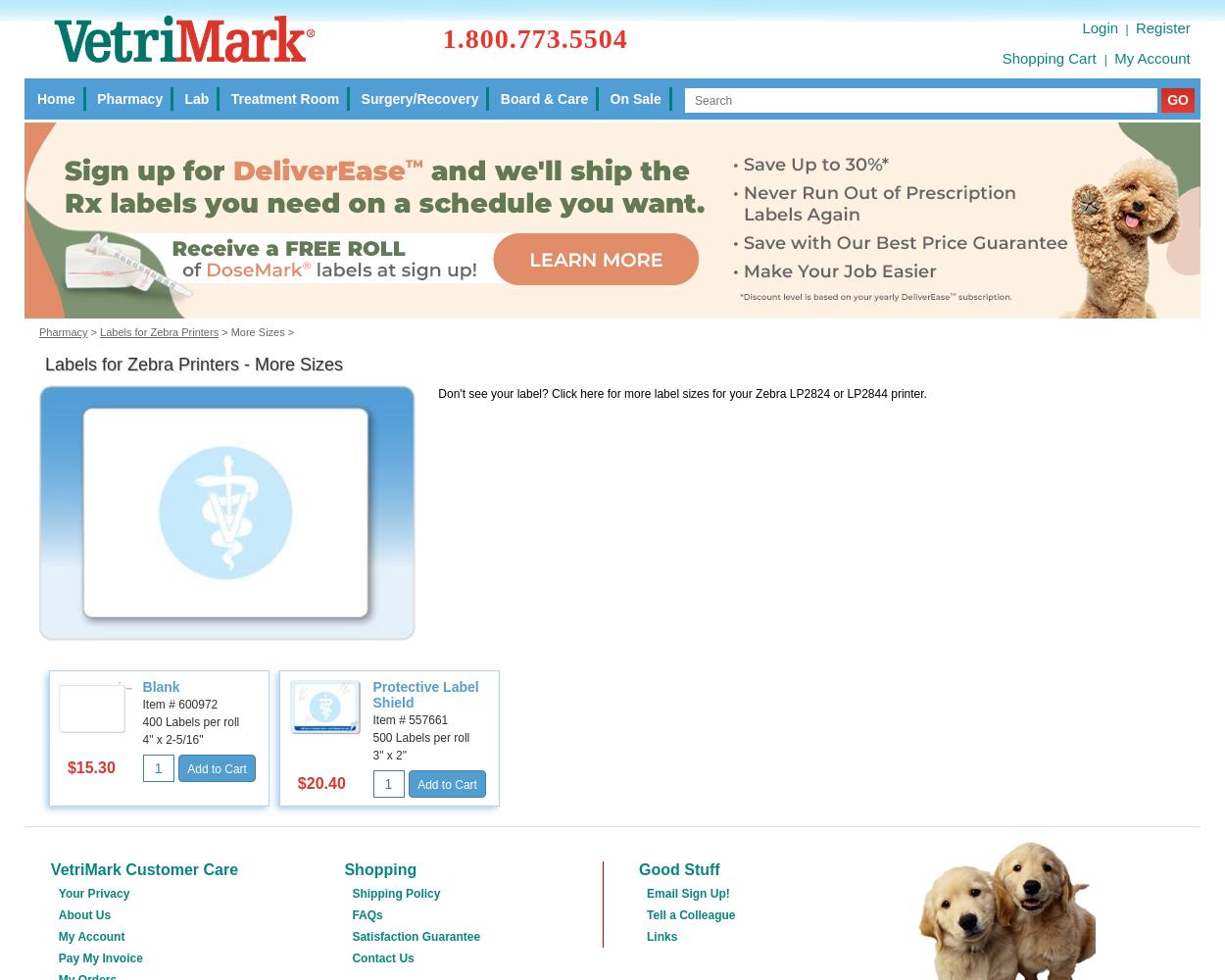 The width and height of the screenshot is (1225, 980). Describe the element at coordinates (389, 755) in the screenshot. I see `'3" x 2"'` at that location.